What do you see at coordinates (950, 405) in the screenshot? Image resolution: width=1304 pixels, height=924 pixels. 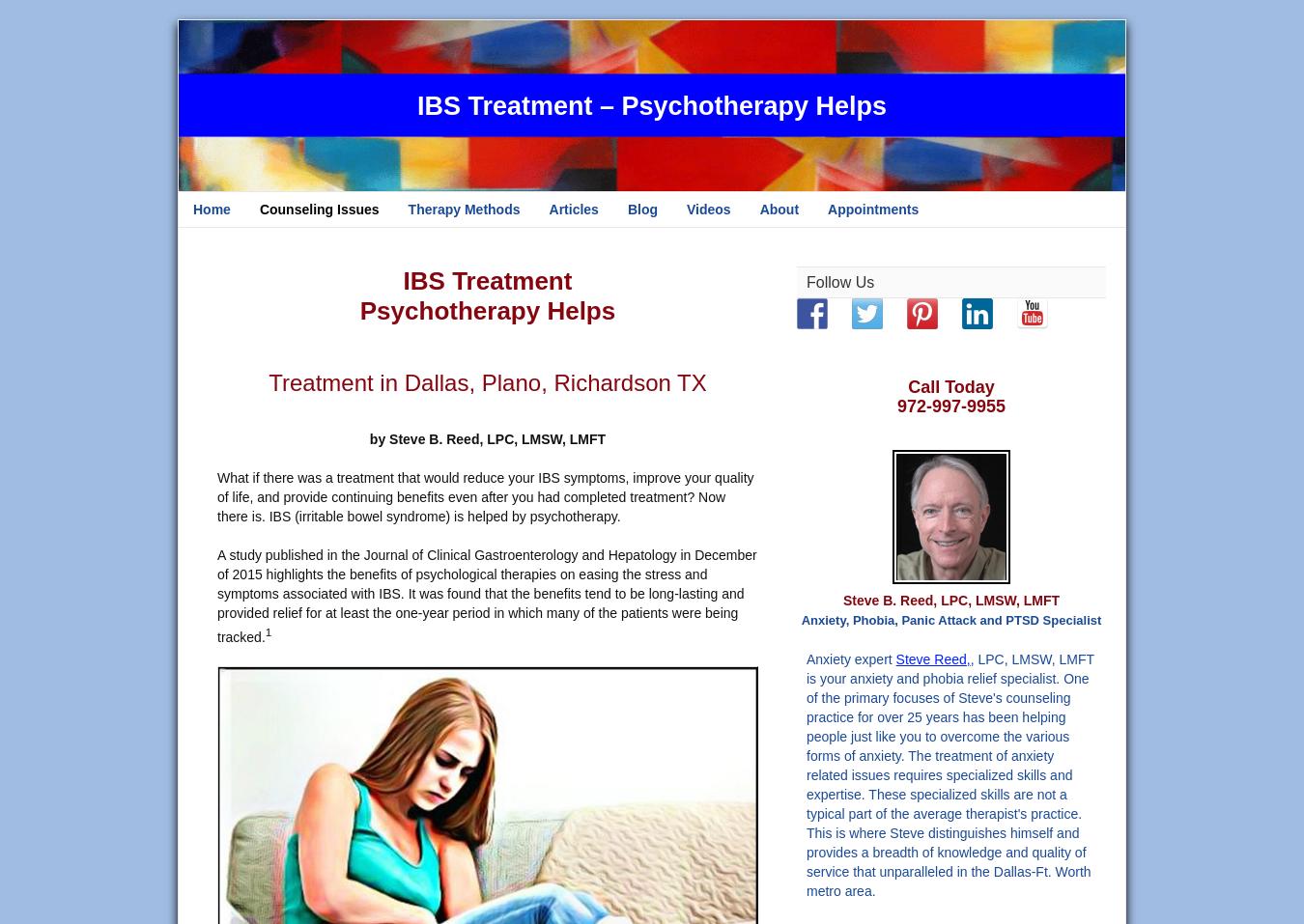 I see `'972-997-9955'` at bounding box center [950, 405].